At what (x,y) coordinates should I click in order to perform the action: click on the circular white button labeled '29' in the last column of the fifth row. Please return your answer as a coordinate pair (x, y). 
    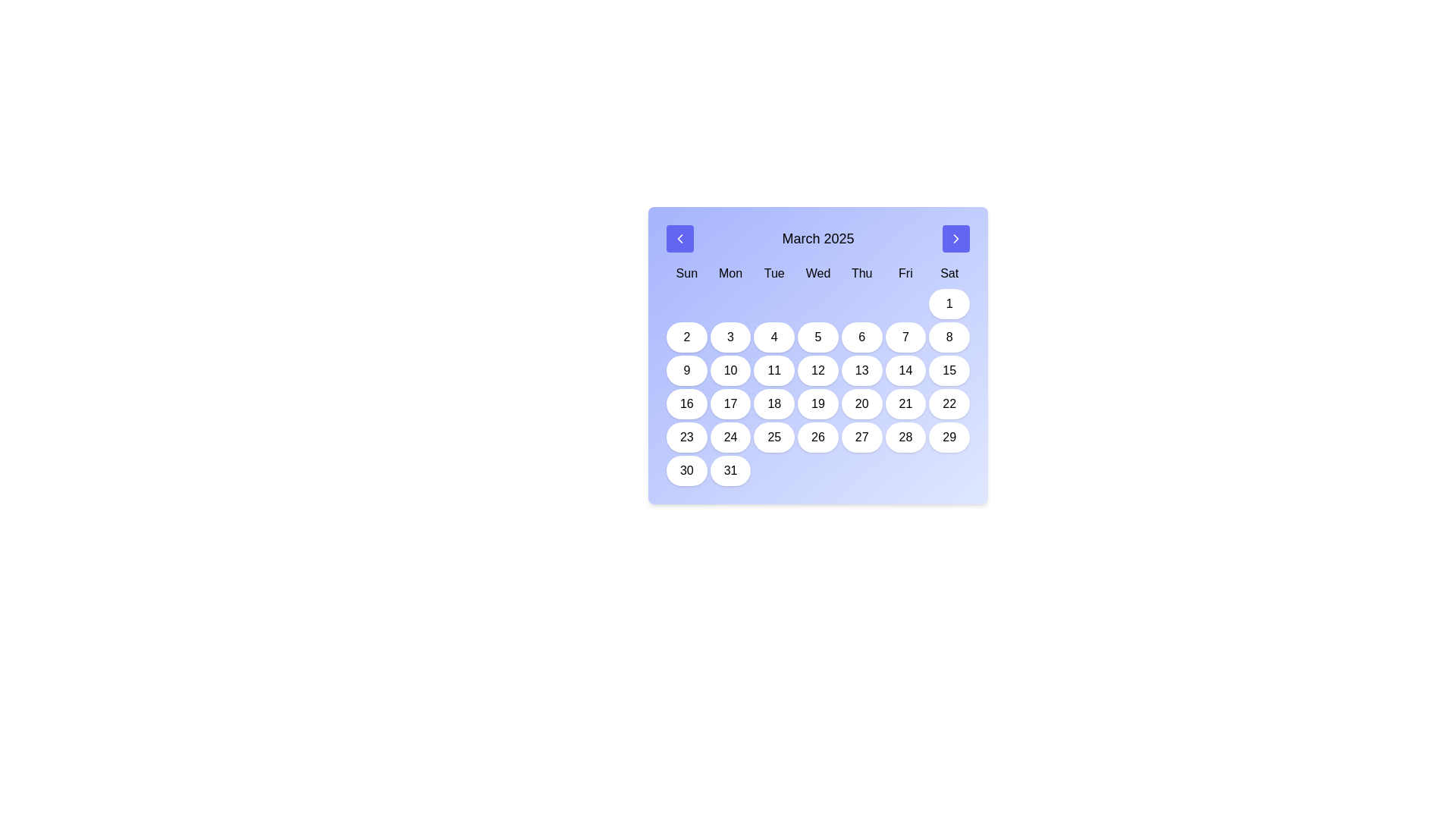
    Looking at the image, I should click on (949, 438).